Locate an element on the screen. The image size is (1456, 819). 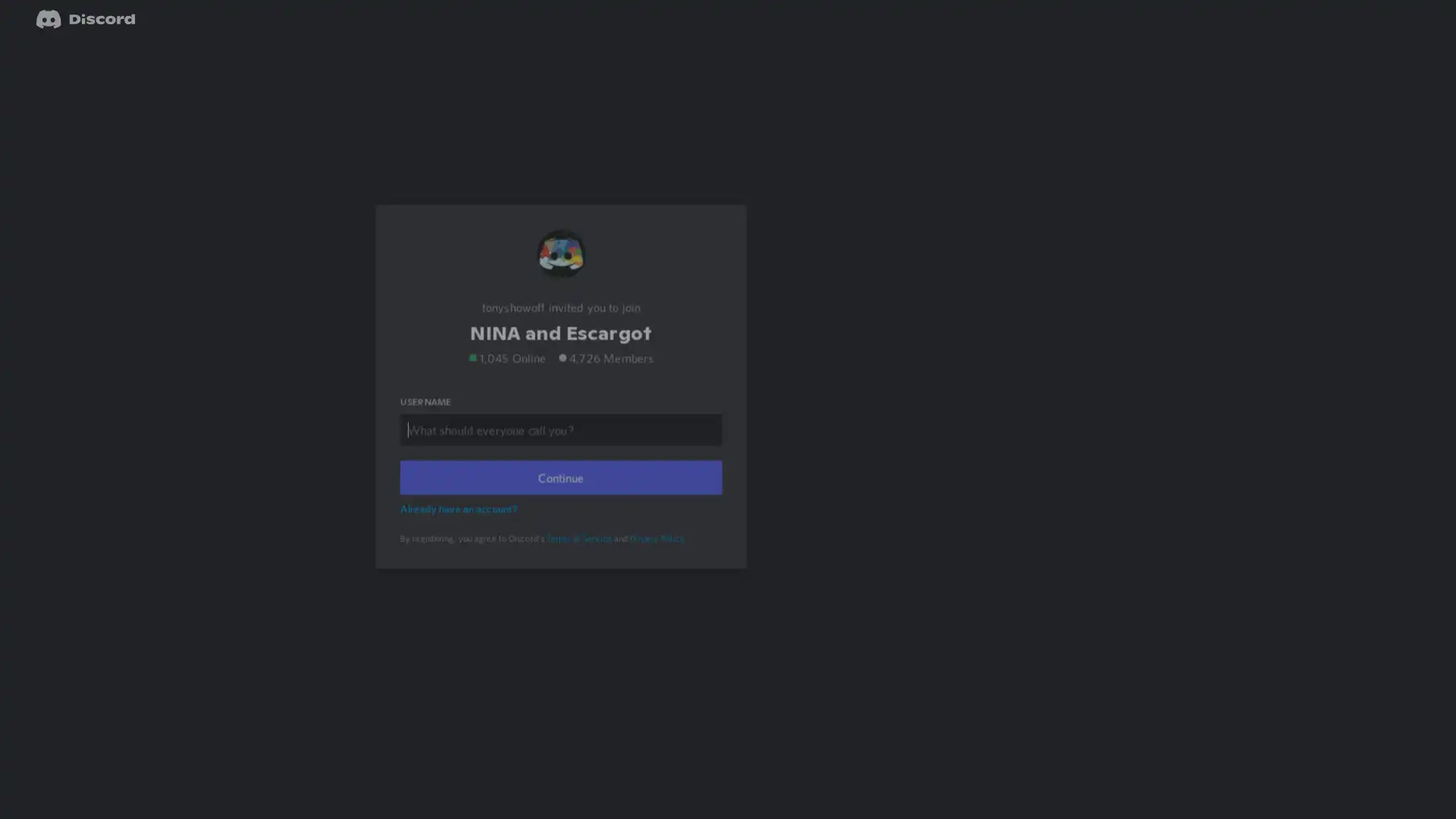
Already have an account? is located at coordinates (460, 528).